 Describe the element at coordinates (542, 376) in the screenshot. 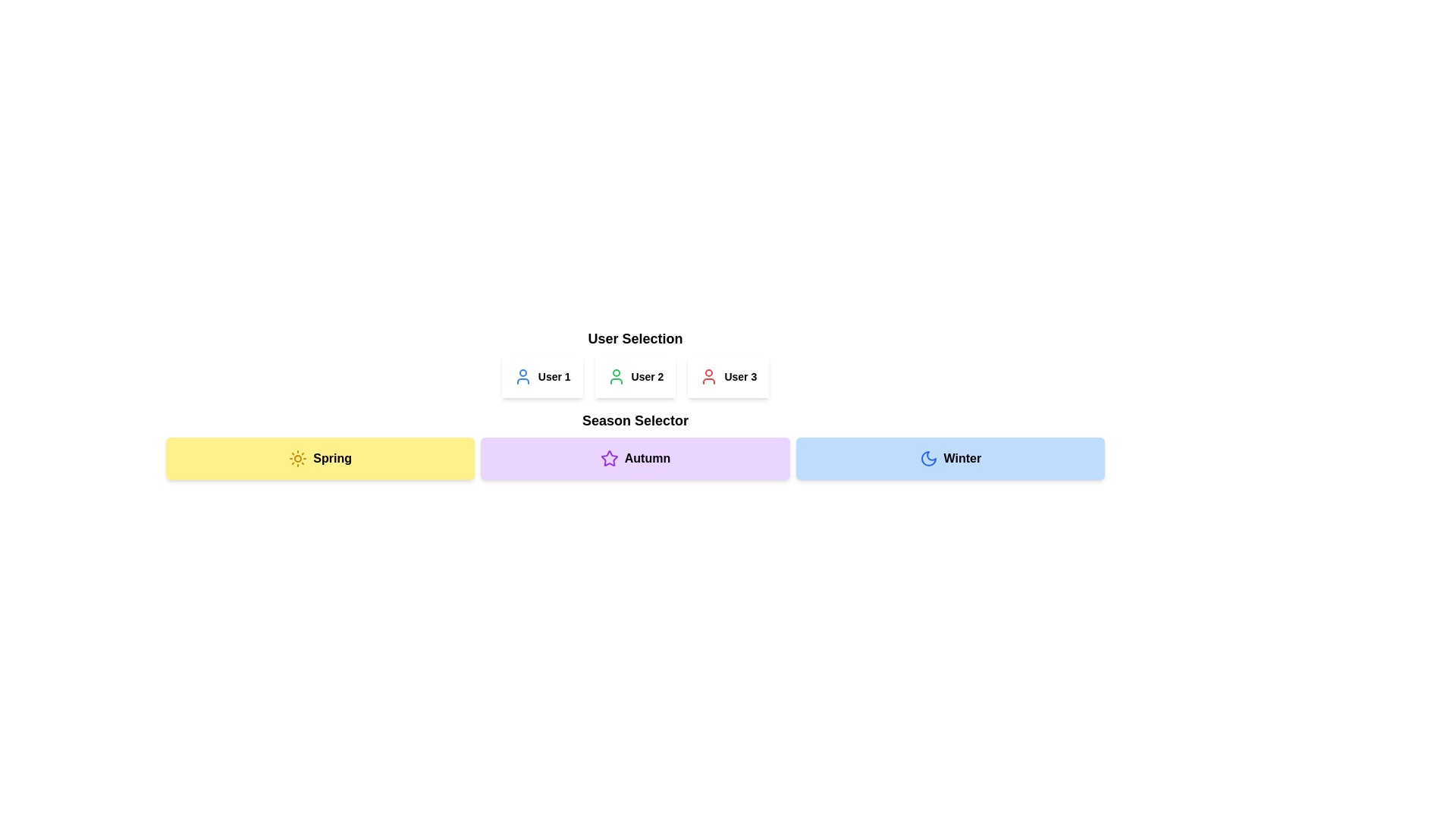

I see `the first Clickable card element representing 'User 1' in the 'User Selection' section` at that location.